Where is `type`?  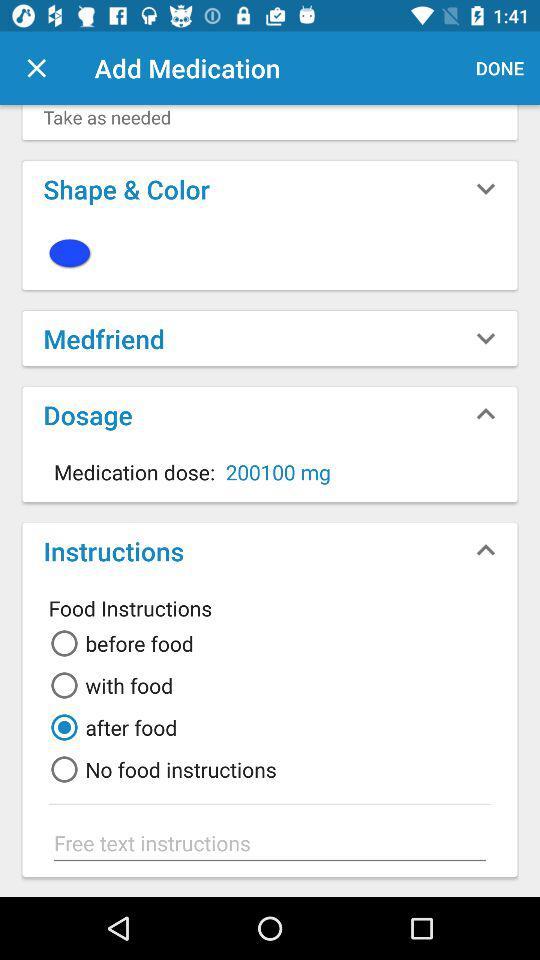
type is located at coordinates (270, 842).